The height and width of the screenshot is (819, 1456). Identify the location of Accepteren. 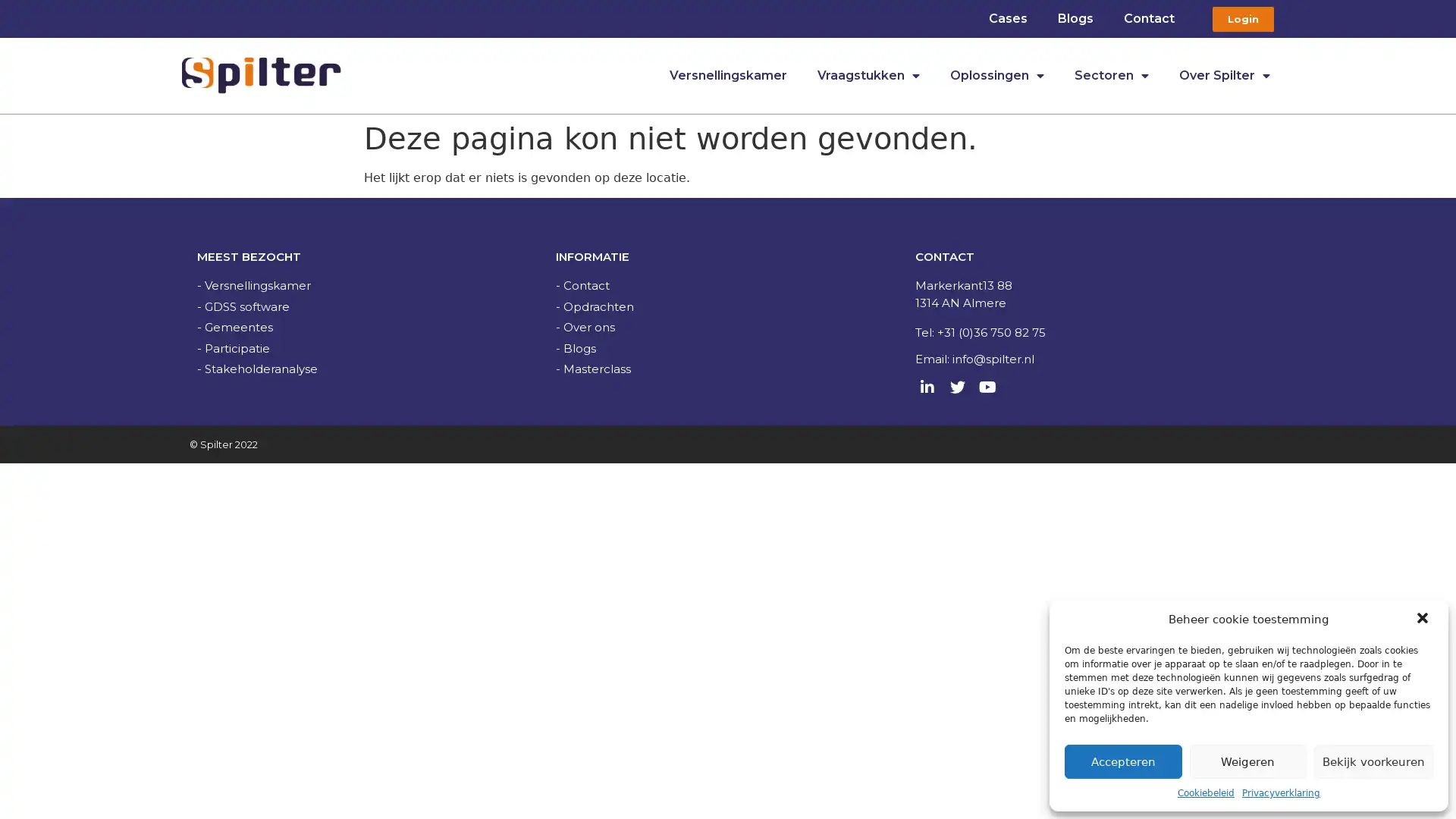
(1123, 761).